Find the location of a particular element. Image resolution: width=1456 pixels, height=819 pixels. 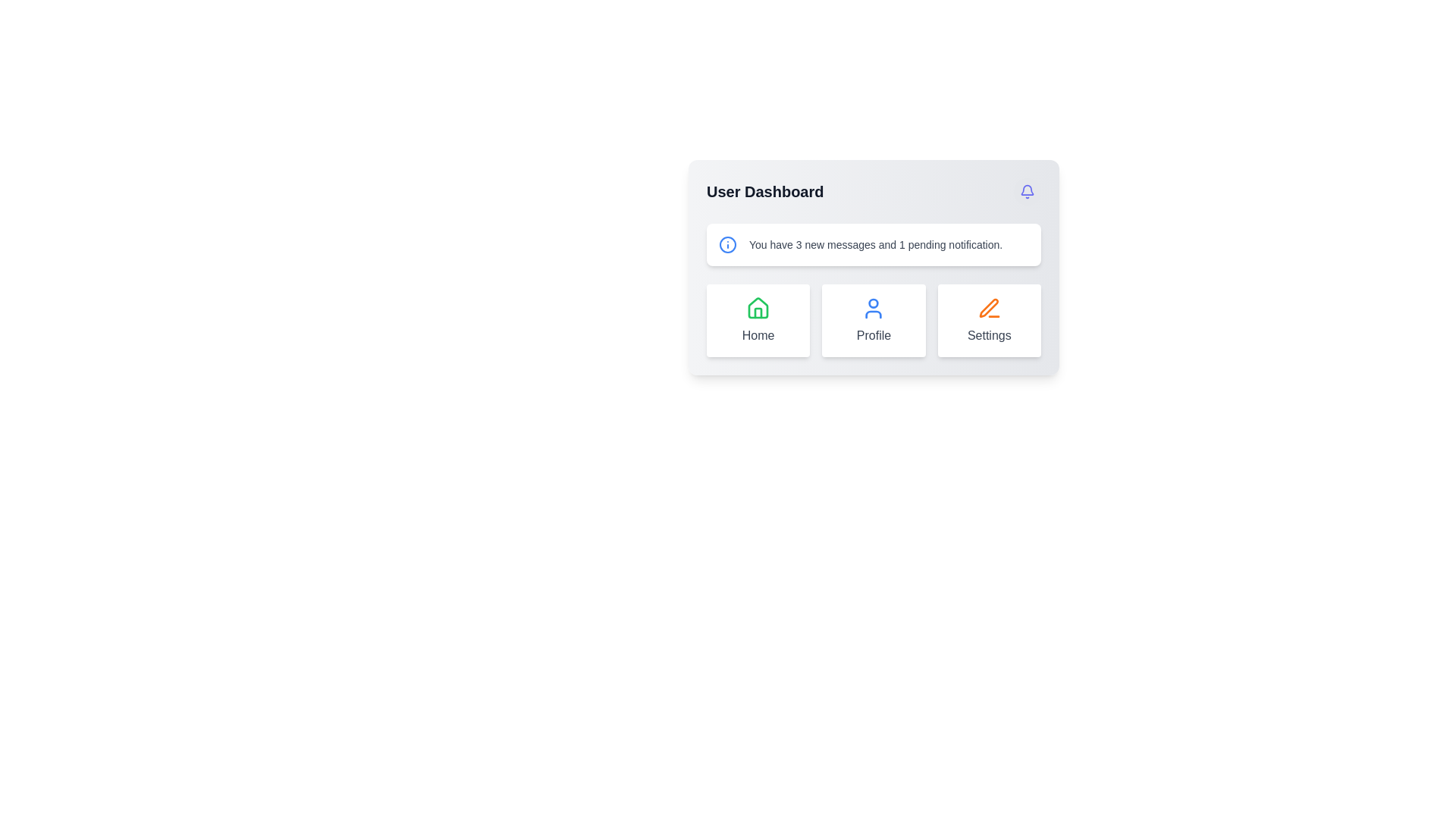

keyboard navigation is located at coordinates (989, 320).